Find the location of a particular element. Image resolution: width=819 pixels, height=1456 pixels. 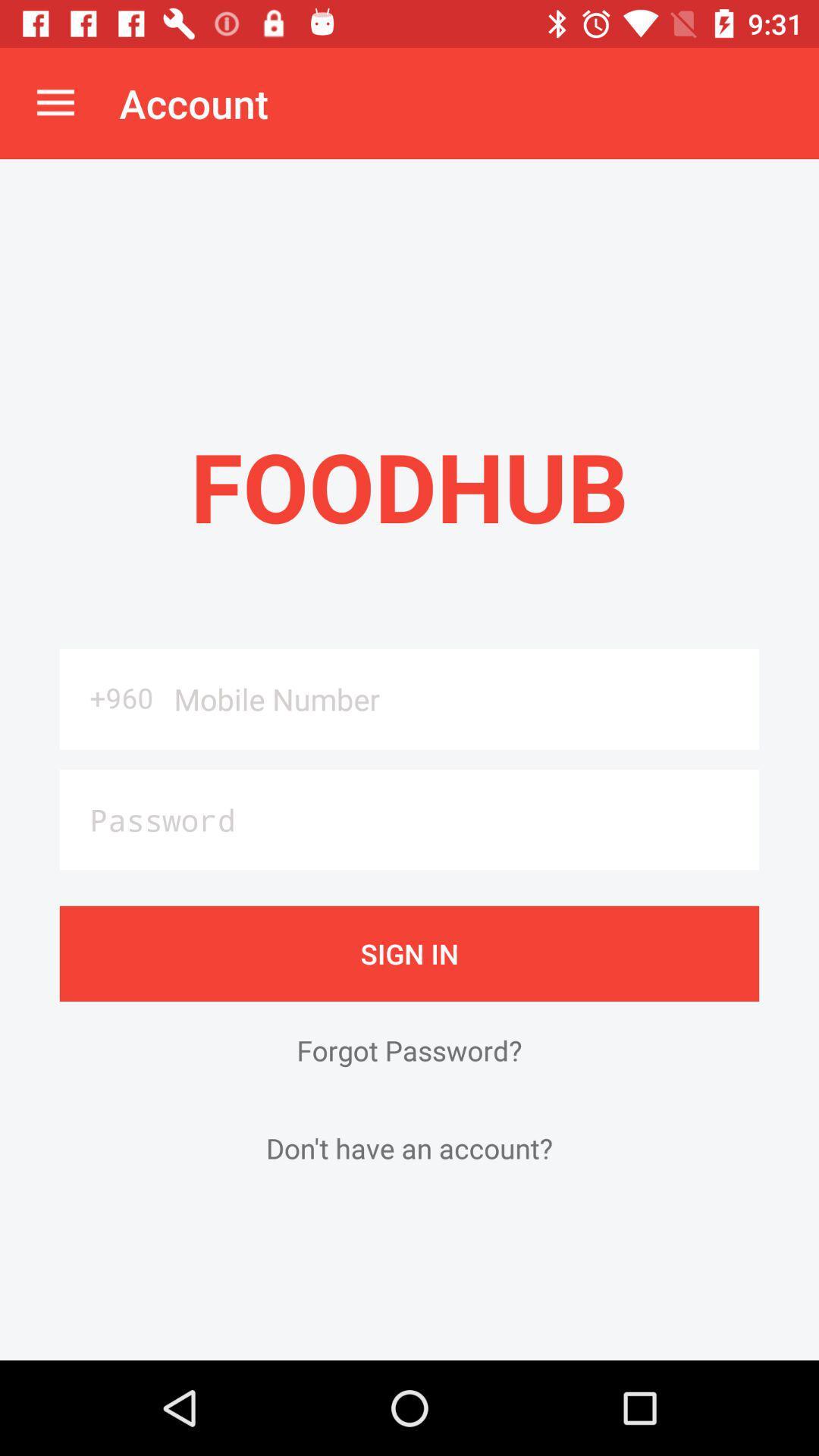

the icon next to the +960 icon is located at coordinates (460, 698).